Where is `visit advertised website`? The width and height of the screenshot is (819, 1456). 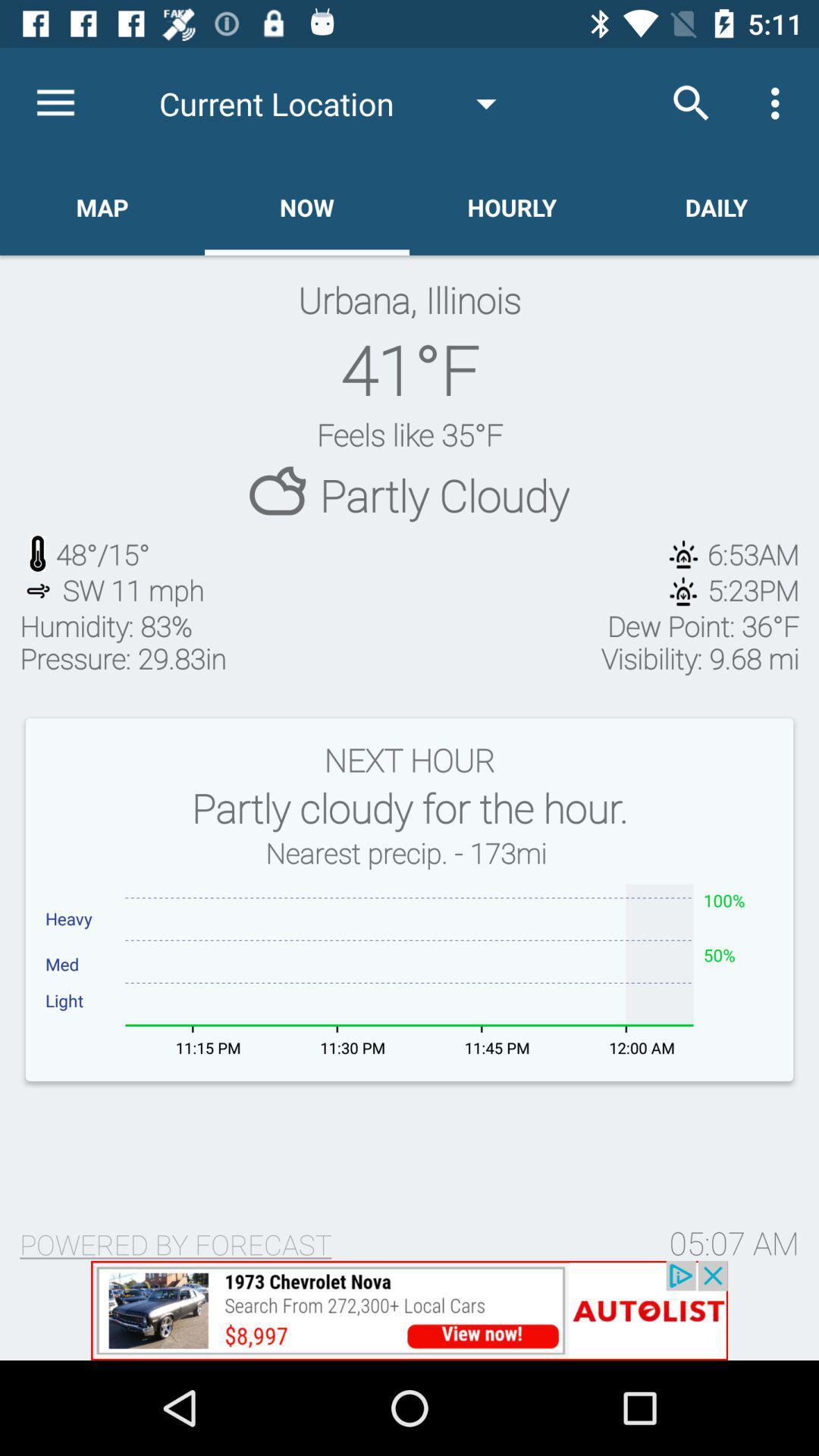
visit advertised website is located at coordinates (409, 1310).